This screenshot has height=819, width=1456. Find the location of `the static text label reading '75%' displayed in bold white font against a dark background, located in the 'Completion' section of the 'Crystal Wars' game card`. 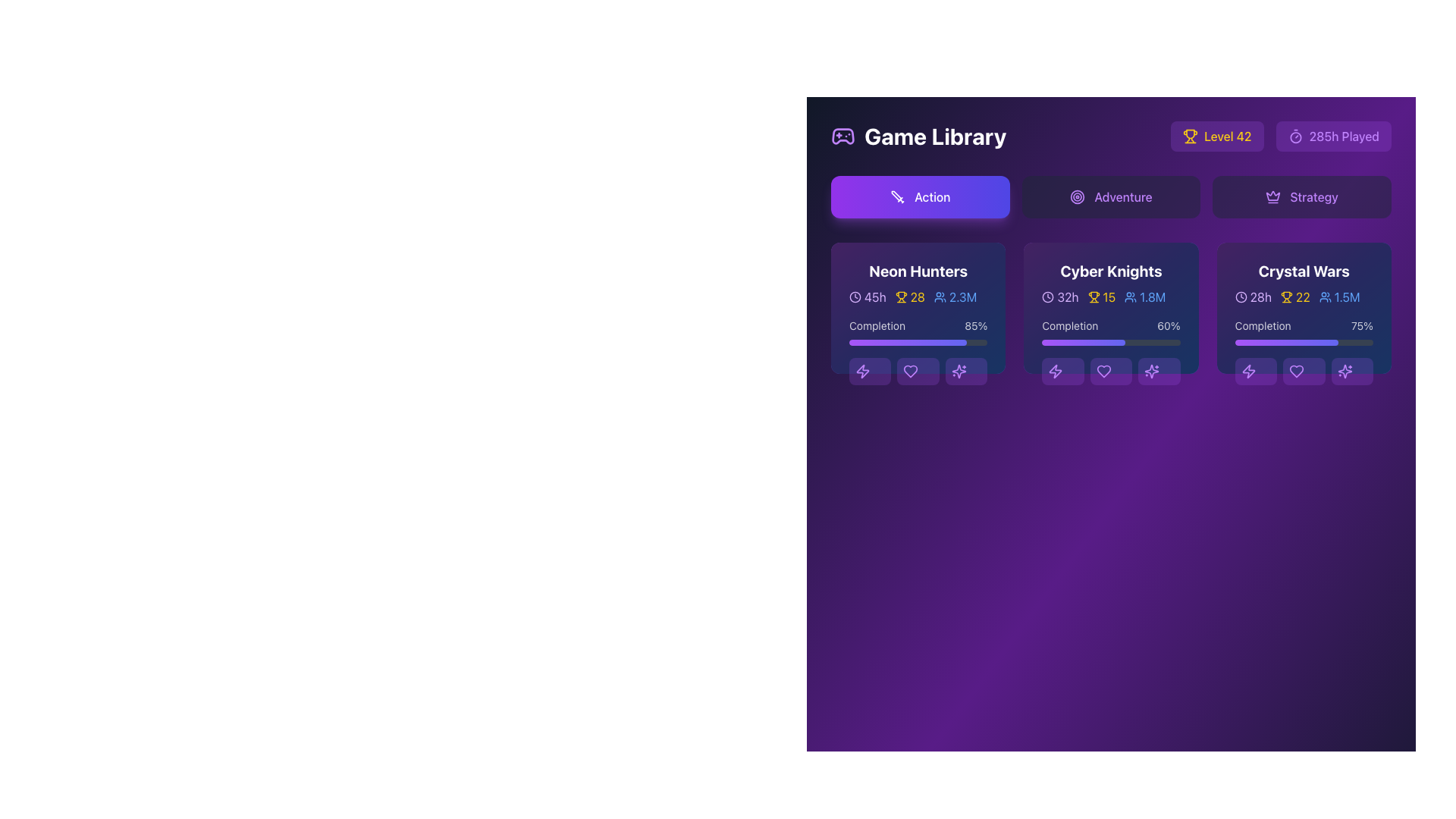

the static text label reading '75%' displayed in bold white font against a dark background, located in the 'Completion' section of the 'Crystal Wars' game card is located at coordinates (1362, 325).